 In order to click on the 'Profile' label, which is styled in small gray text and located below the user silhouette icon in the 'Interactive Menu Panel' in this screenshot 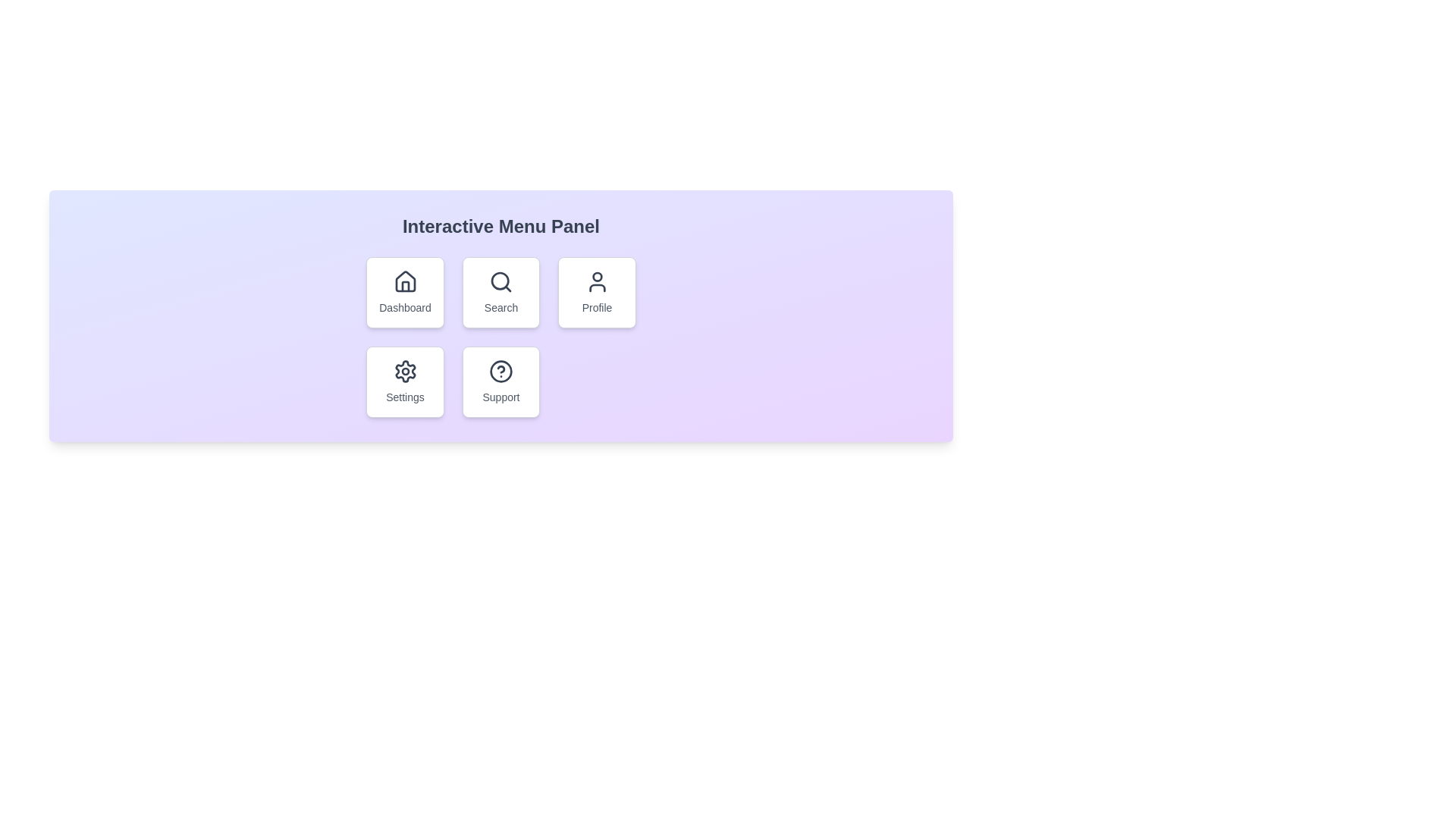, I will do `click(596, 307)`.